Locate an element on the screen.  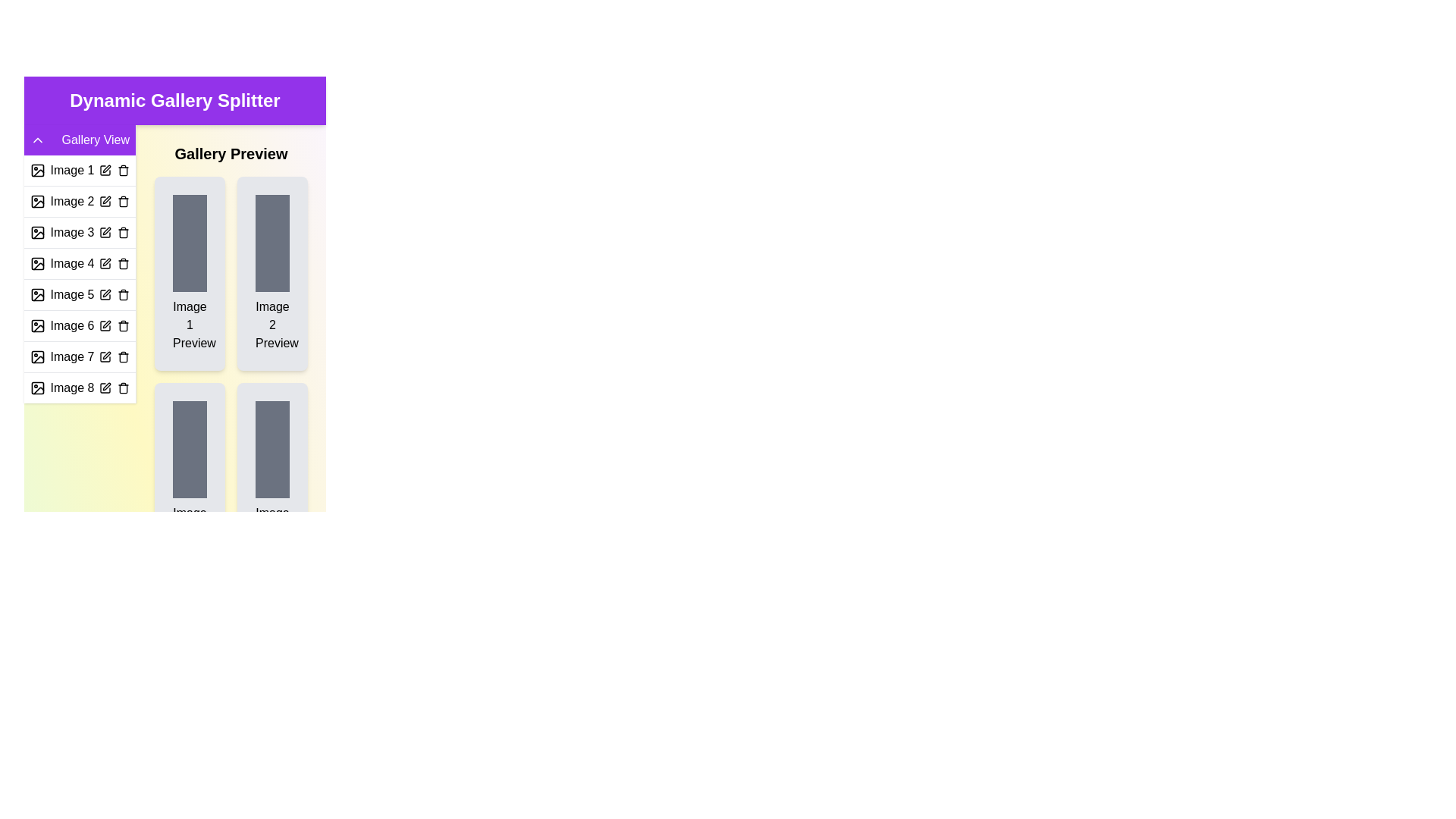
the edit button icon, which is a square-shaped icon with a pen overlaid on its top-right corner, located to the right of the 'Image 7' text label is located at coordinates (105, 356).